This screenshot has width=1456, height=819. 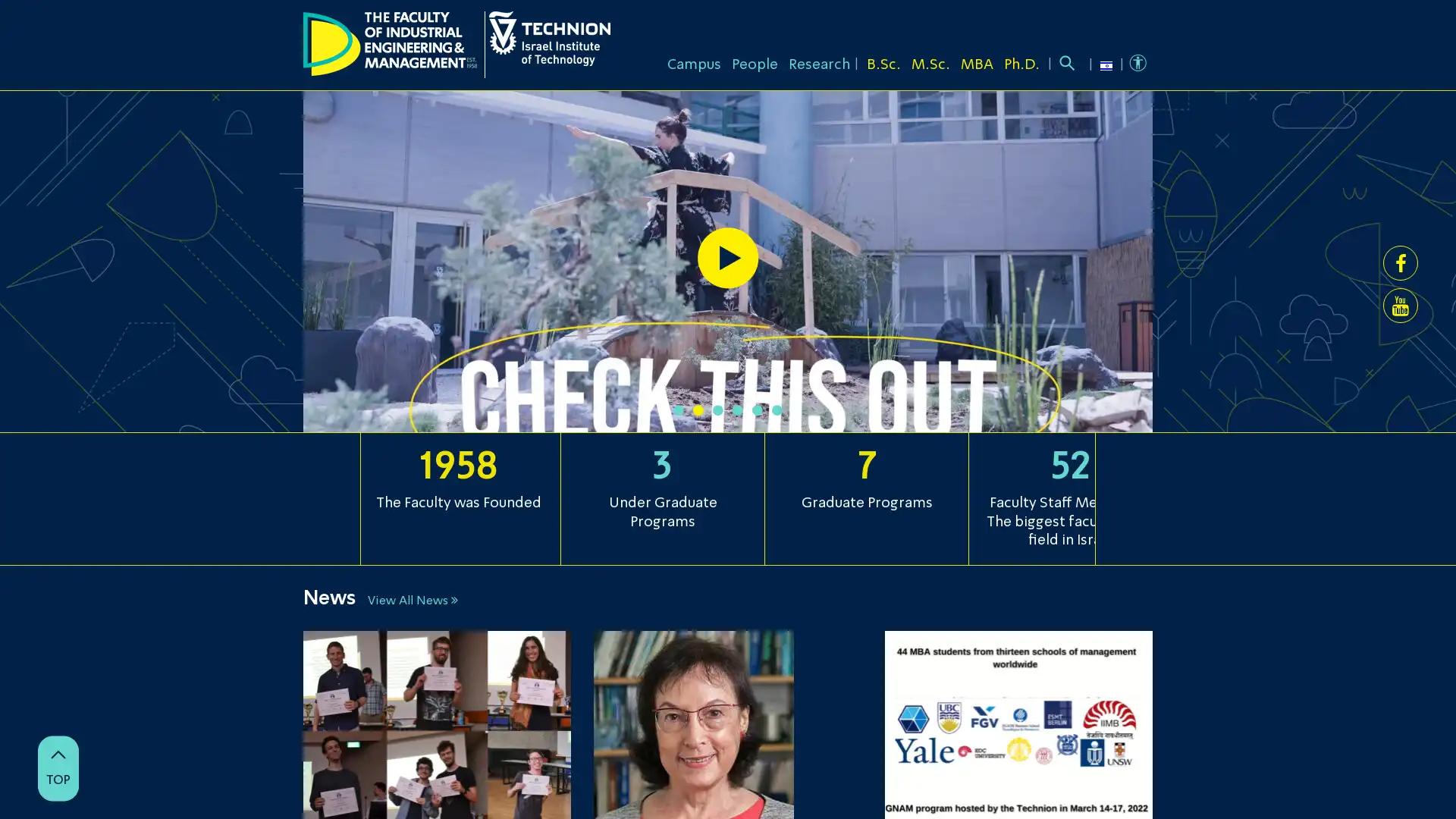 I want to click on 2, so click(x=698, y=409).